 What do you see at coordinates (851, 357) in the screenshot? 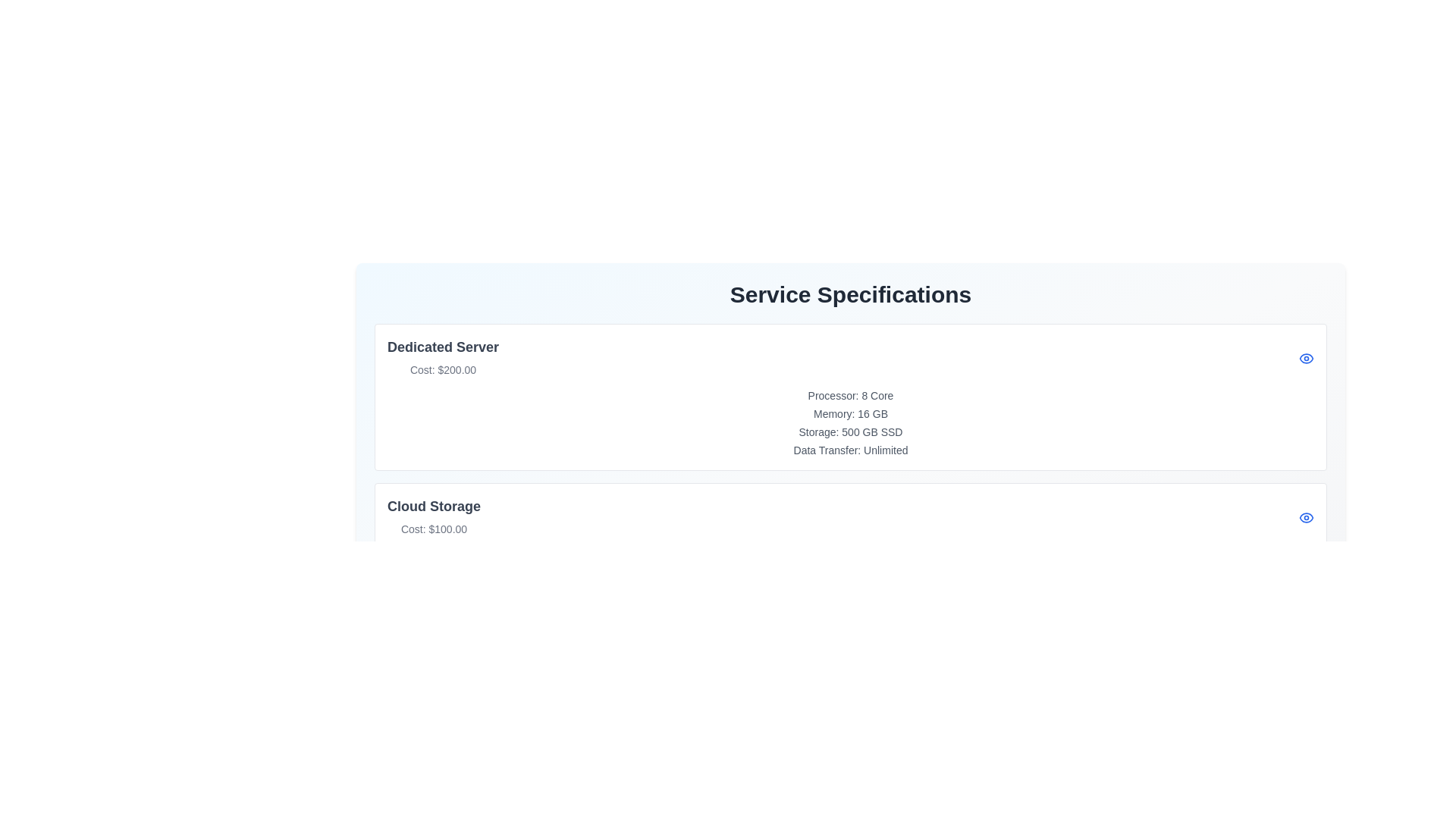
I see `the informational section that provides an overview of a server option, including its name and cost` at bounding box center [851, 357].